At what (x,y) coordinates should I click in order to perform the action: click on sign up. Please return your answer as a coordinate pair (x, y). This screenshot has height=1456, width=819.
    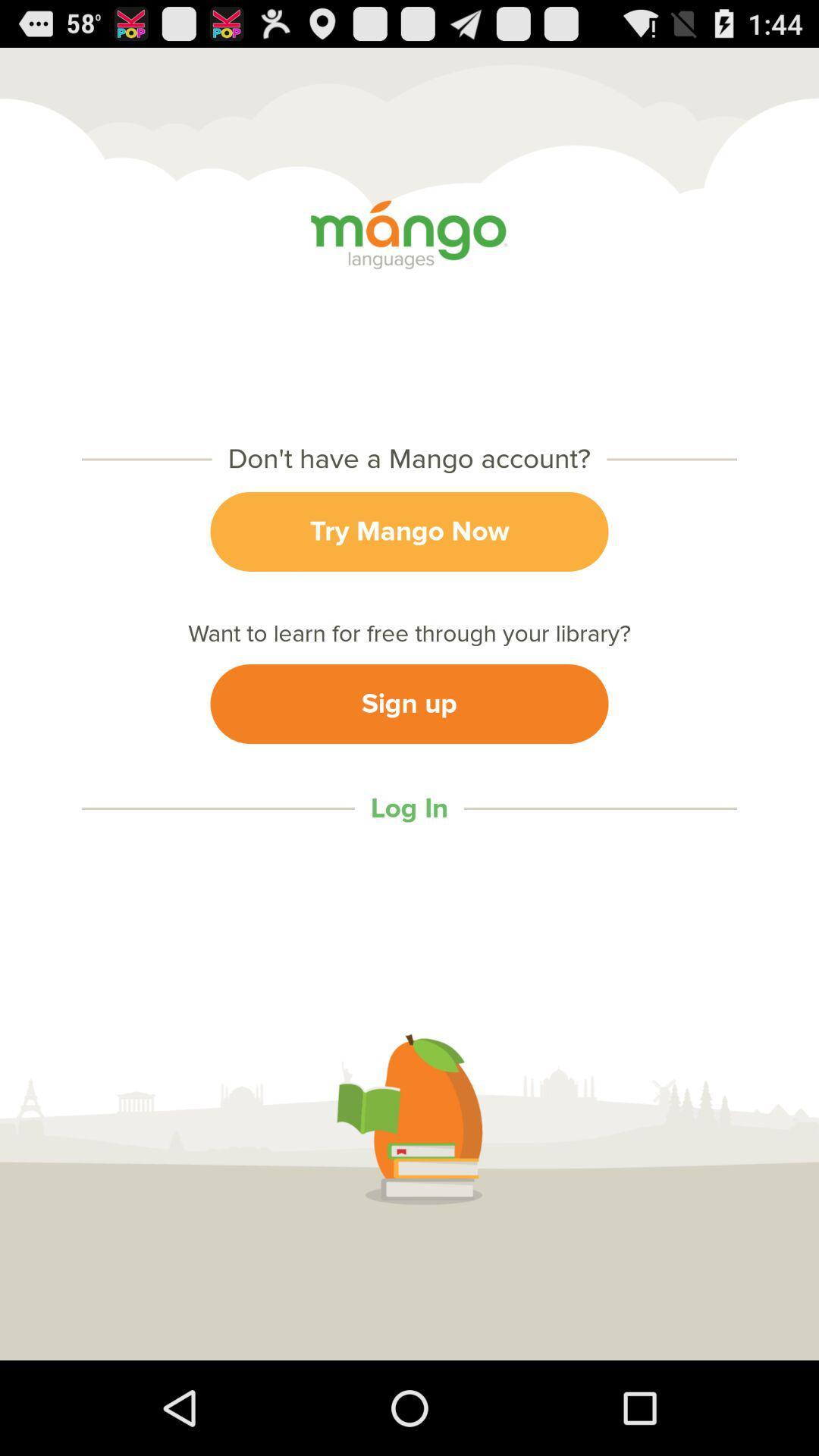
    Looking at the image, I should click on (409, 703).